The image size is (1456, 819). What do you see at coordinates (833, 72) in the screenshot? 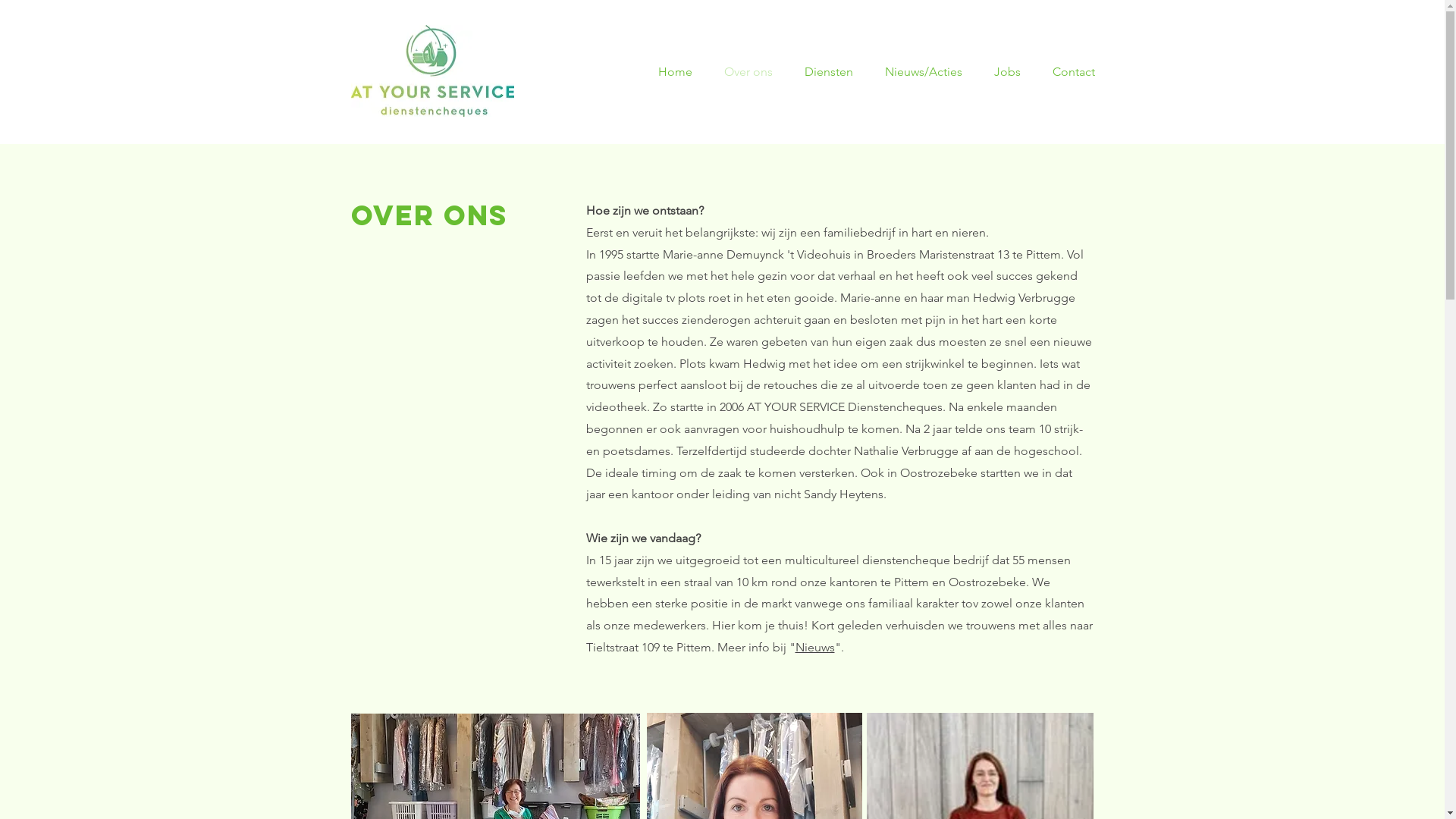
I see `'Diensten'` at bounding box center [833, 72].